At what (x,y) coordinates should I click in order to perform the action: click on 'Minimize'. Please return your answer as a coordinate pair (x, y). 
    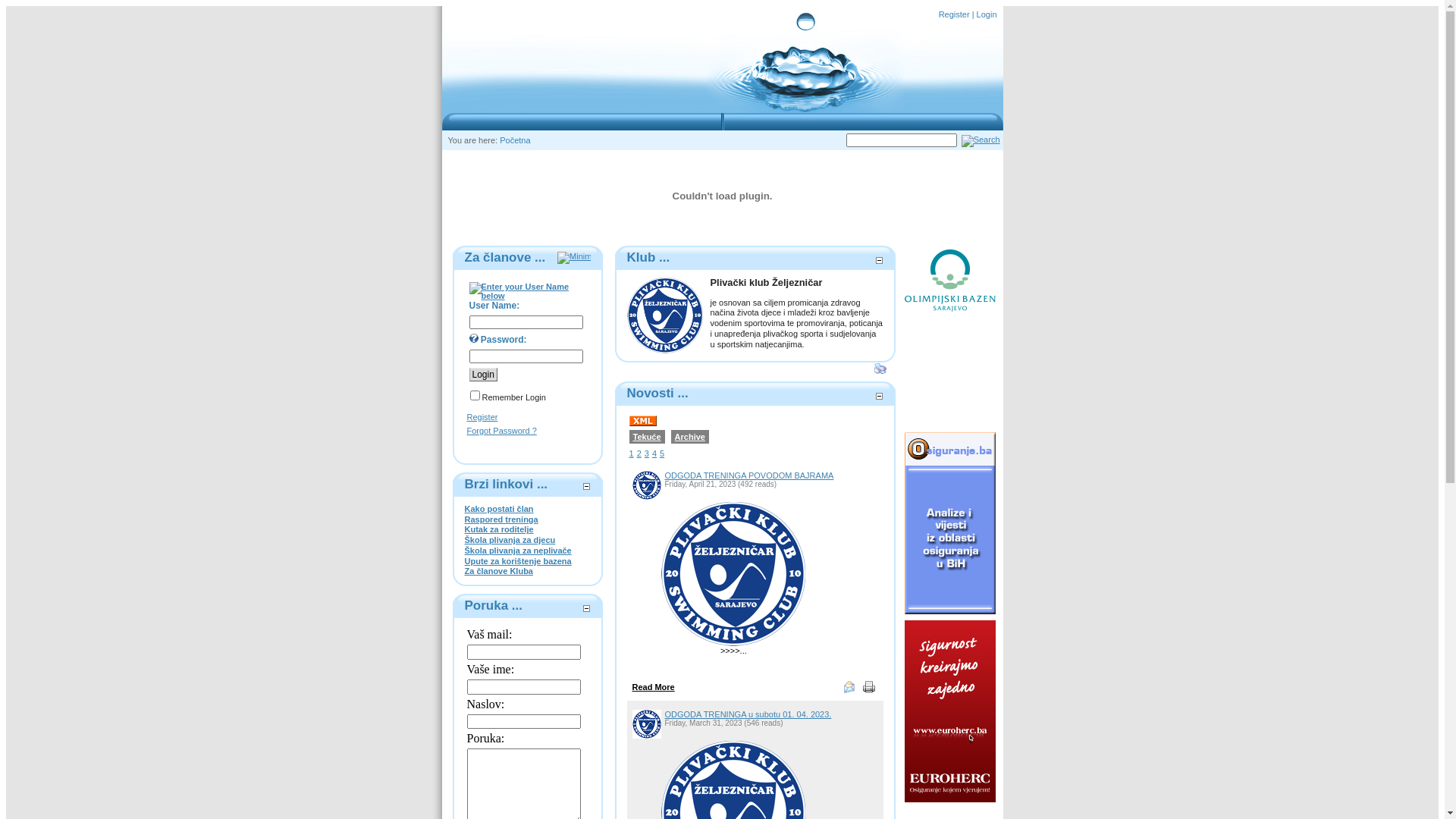
    Looking at the image, I should click on (585, 484).